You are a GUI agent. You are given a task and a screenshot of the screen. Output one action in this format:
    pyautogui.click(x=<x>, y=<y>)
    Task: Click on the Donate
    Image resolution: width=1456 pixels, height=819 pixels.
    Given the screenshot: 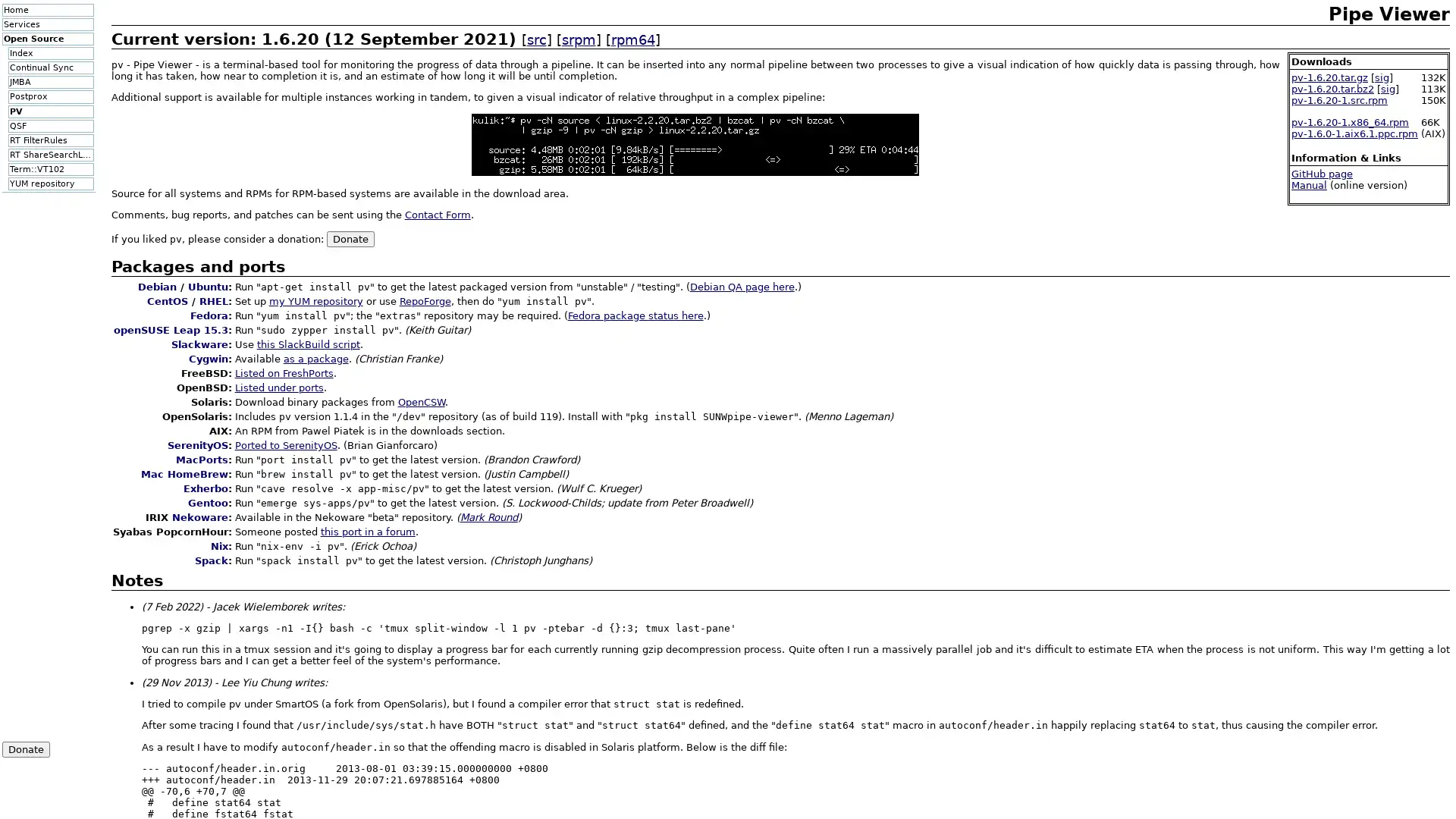 What is the action you would take?
    pyautogui.click(x=349, y=238)
    